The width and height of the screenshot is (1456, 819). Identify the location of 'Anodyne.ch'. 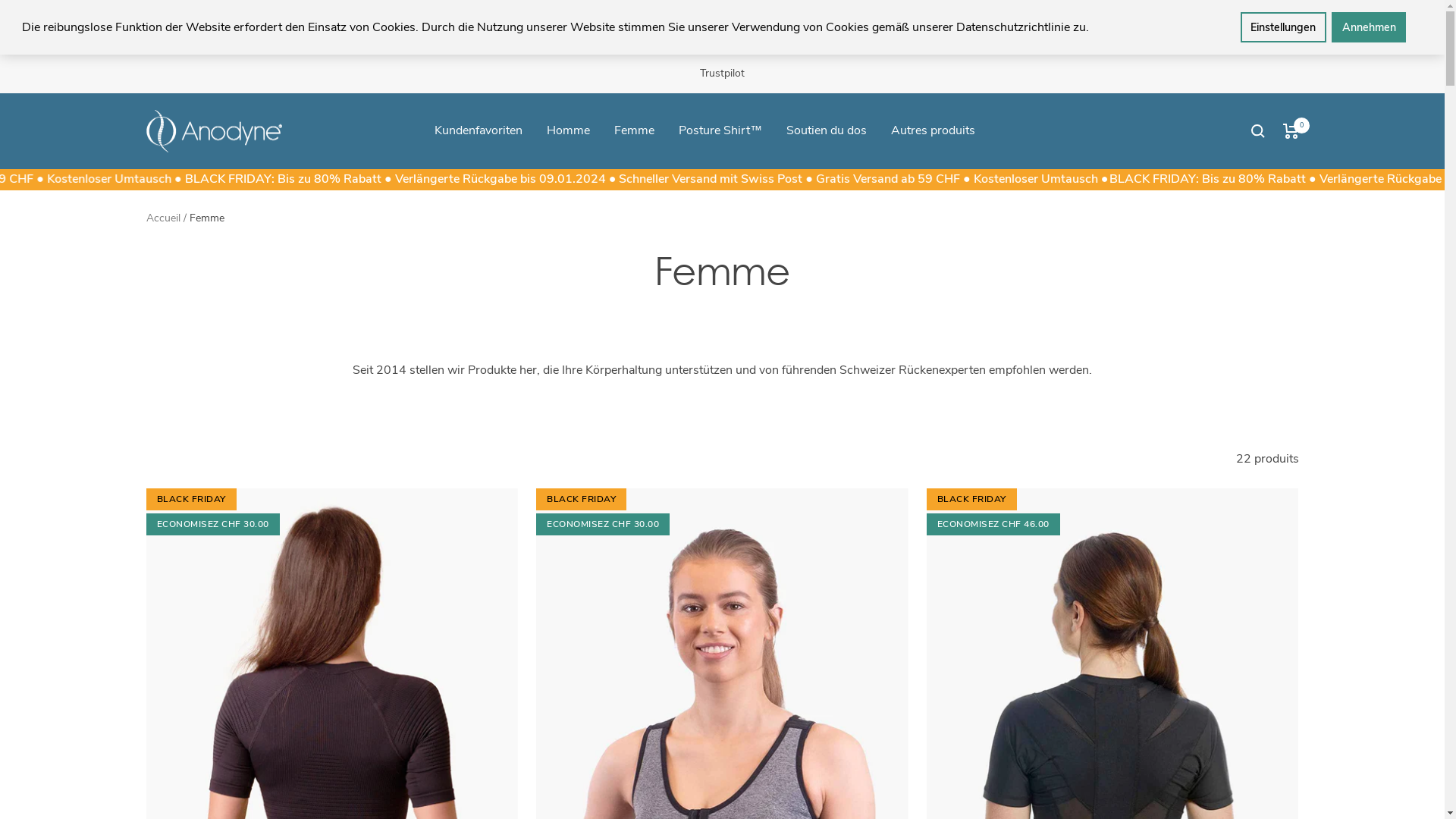
(213, 130).